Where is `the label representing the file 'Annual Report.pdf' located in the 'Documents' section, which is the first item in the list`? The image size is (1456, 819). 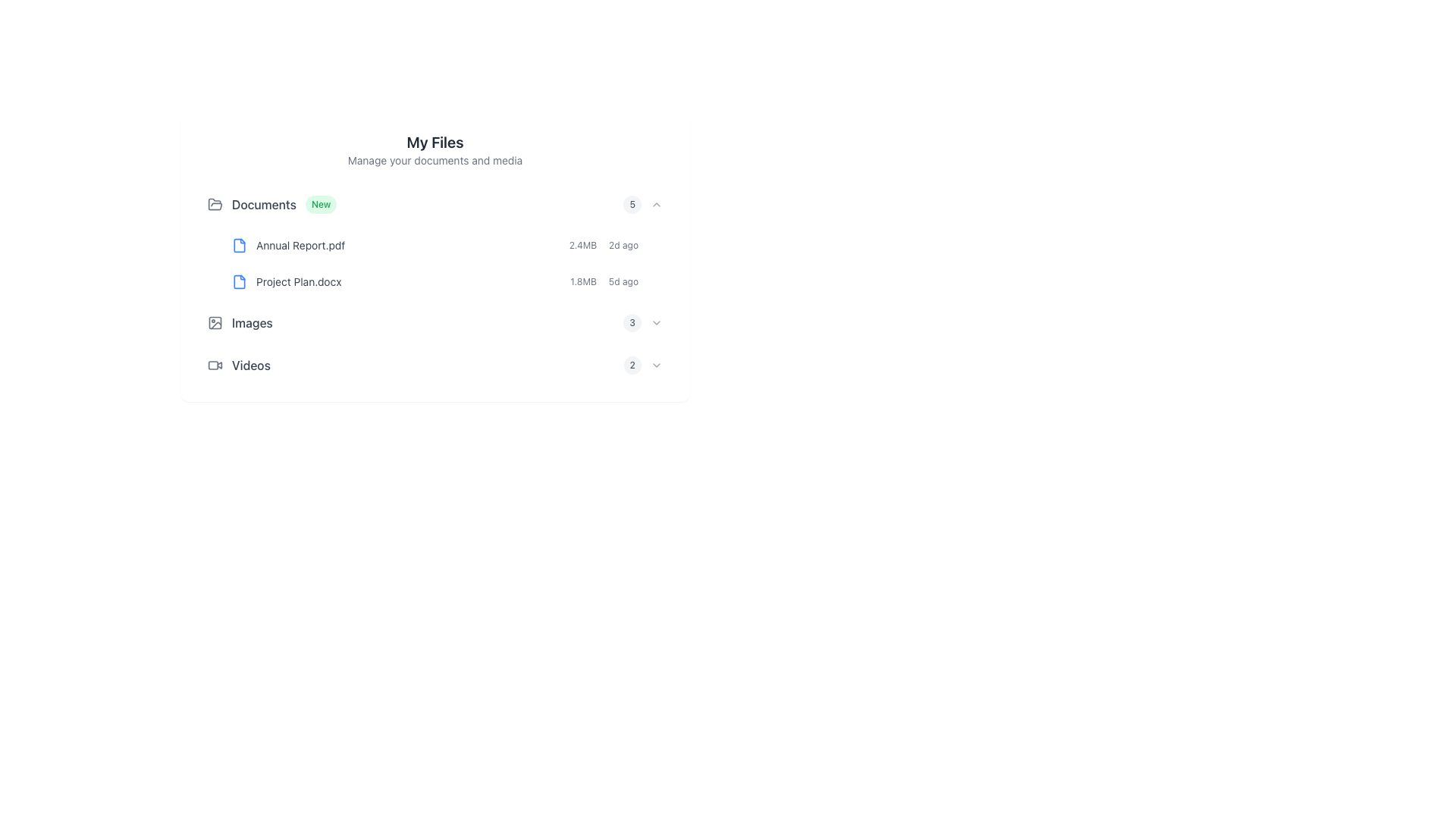 the label representing the file 'Annual Report.pdf' located in the 'Documents' section, which is the first item in the list is located at coordinates (288, 245).